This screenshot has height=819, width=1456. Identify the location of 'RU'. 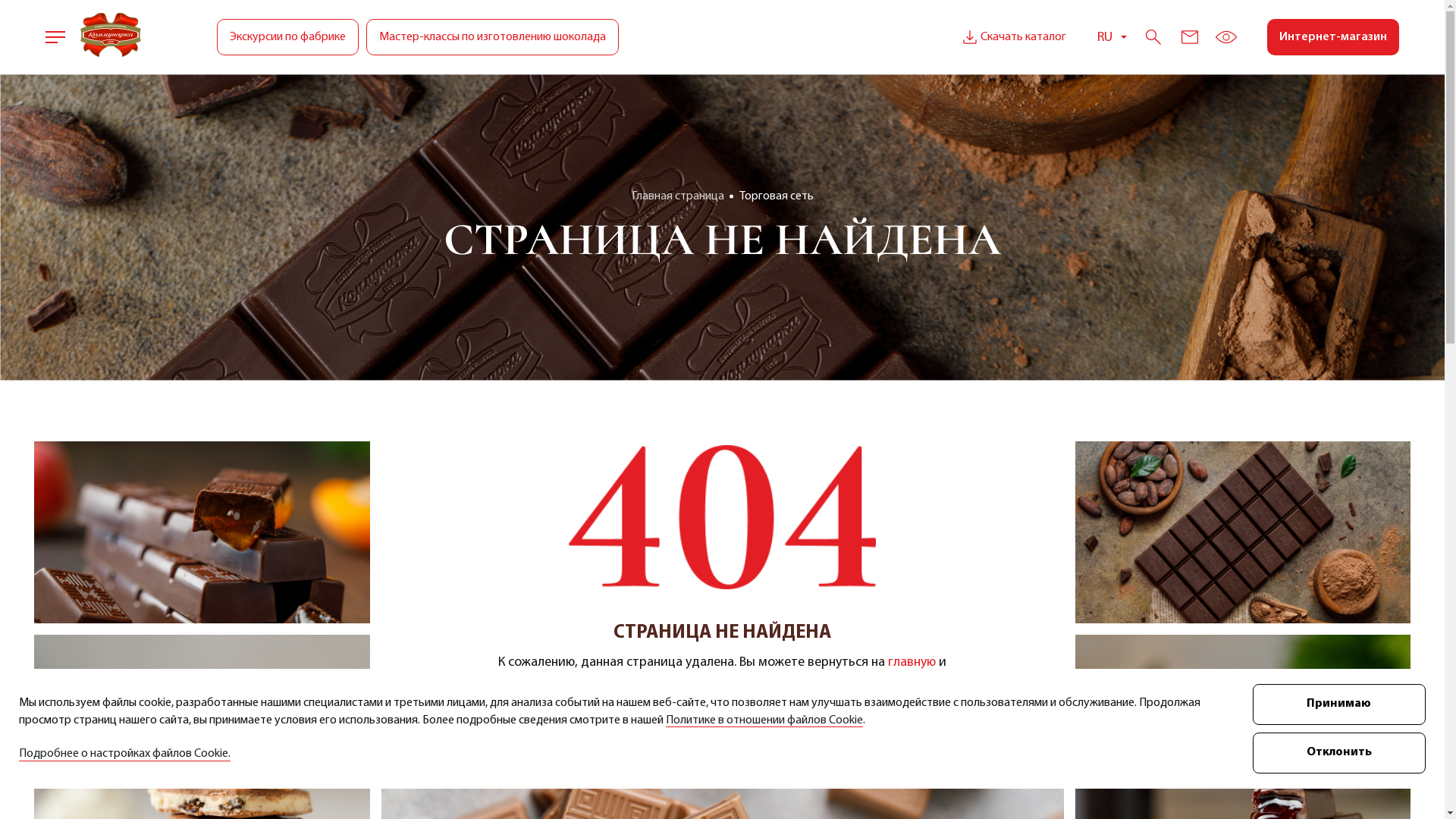
(1112, 36).